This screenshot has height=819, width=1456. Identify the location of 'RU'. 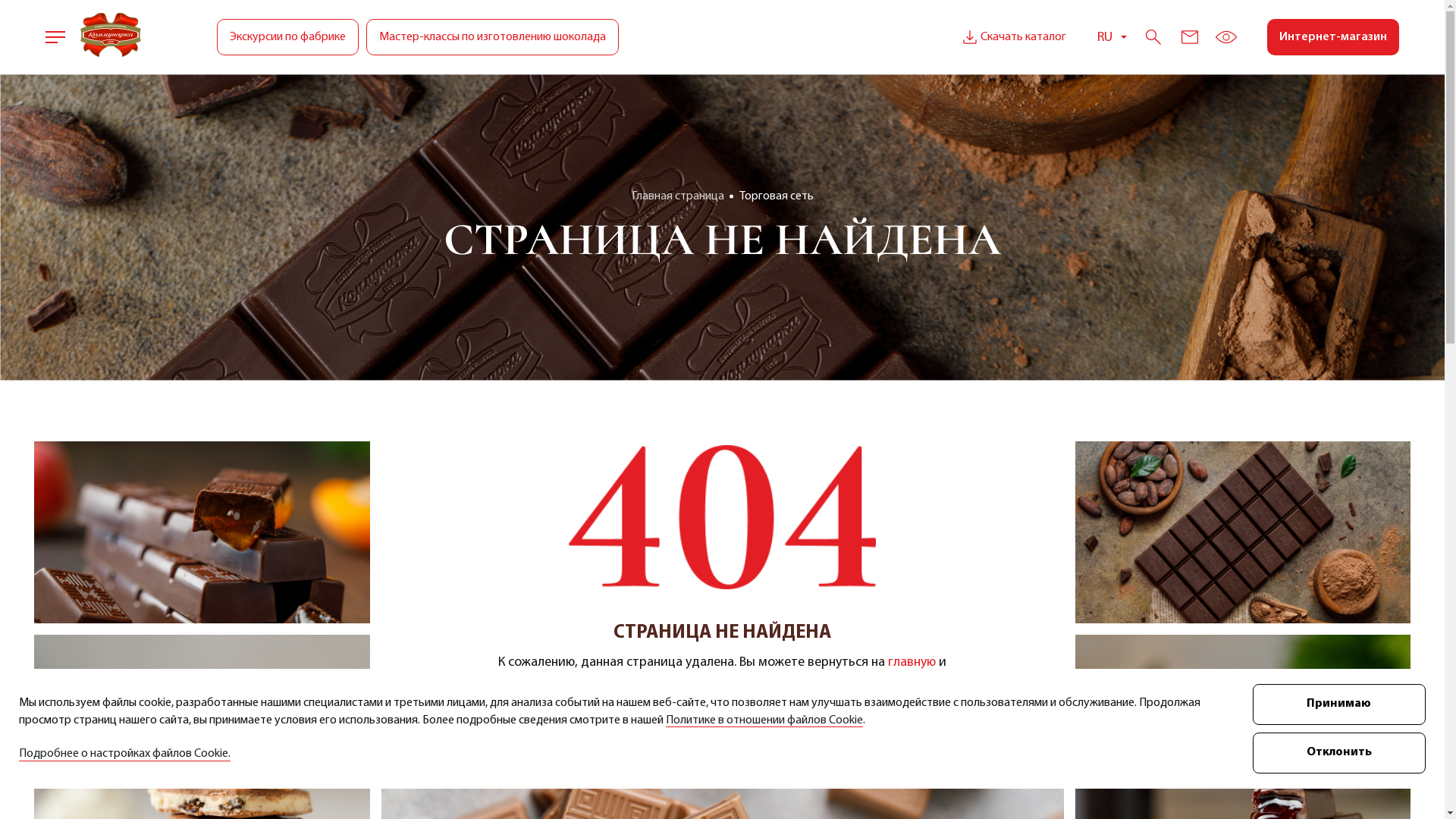
(1112, 36).